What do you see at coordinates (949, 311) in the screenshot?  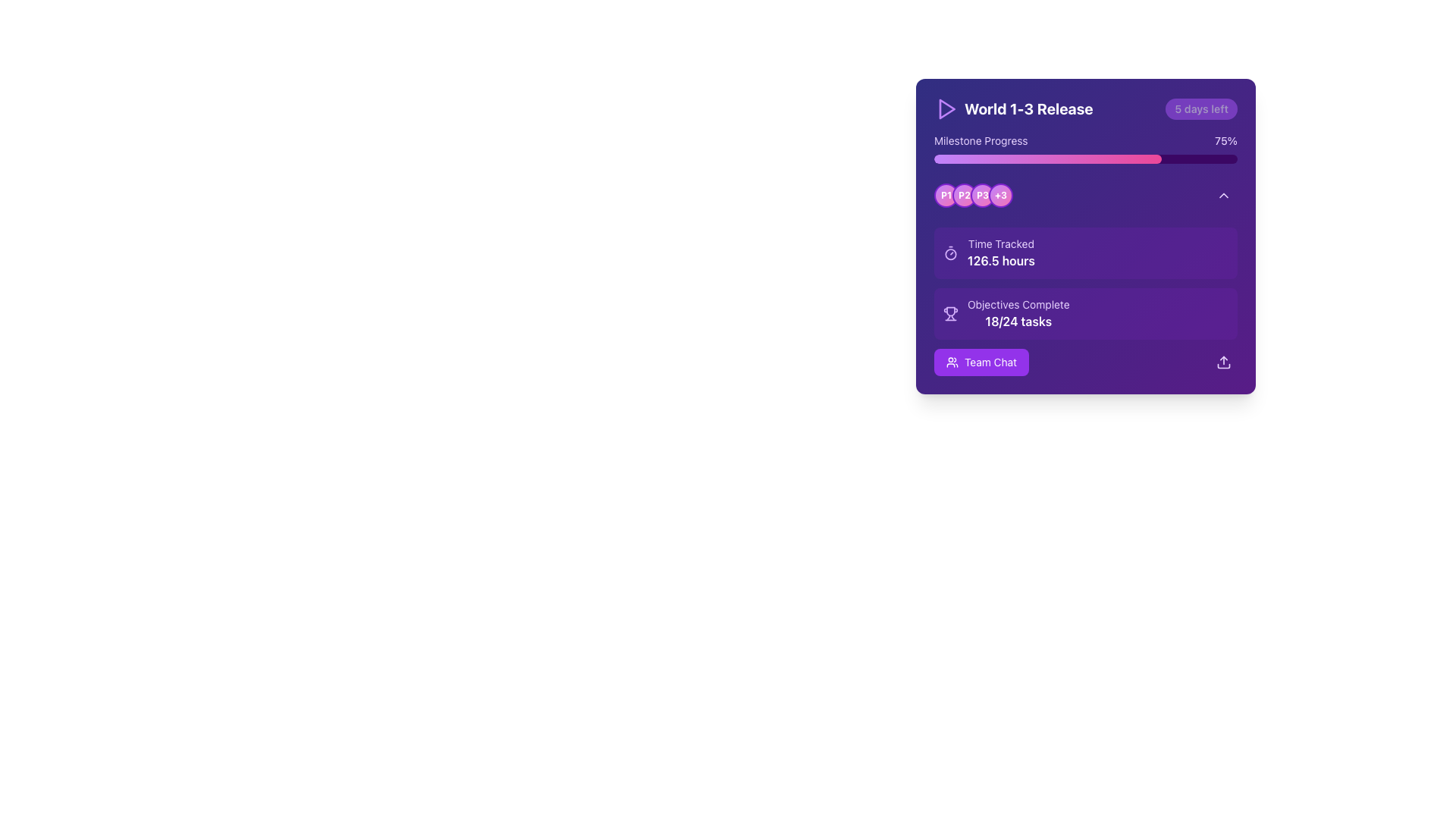 I see `the stylized trophy icon, which is a purple vector graphic located above the text indicating complete objectives in the status information list` at bounding box center [949, 311].